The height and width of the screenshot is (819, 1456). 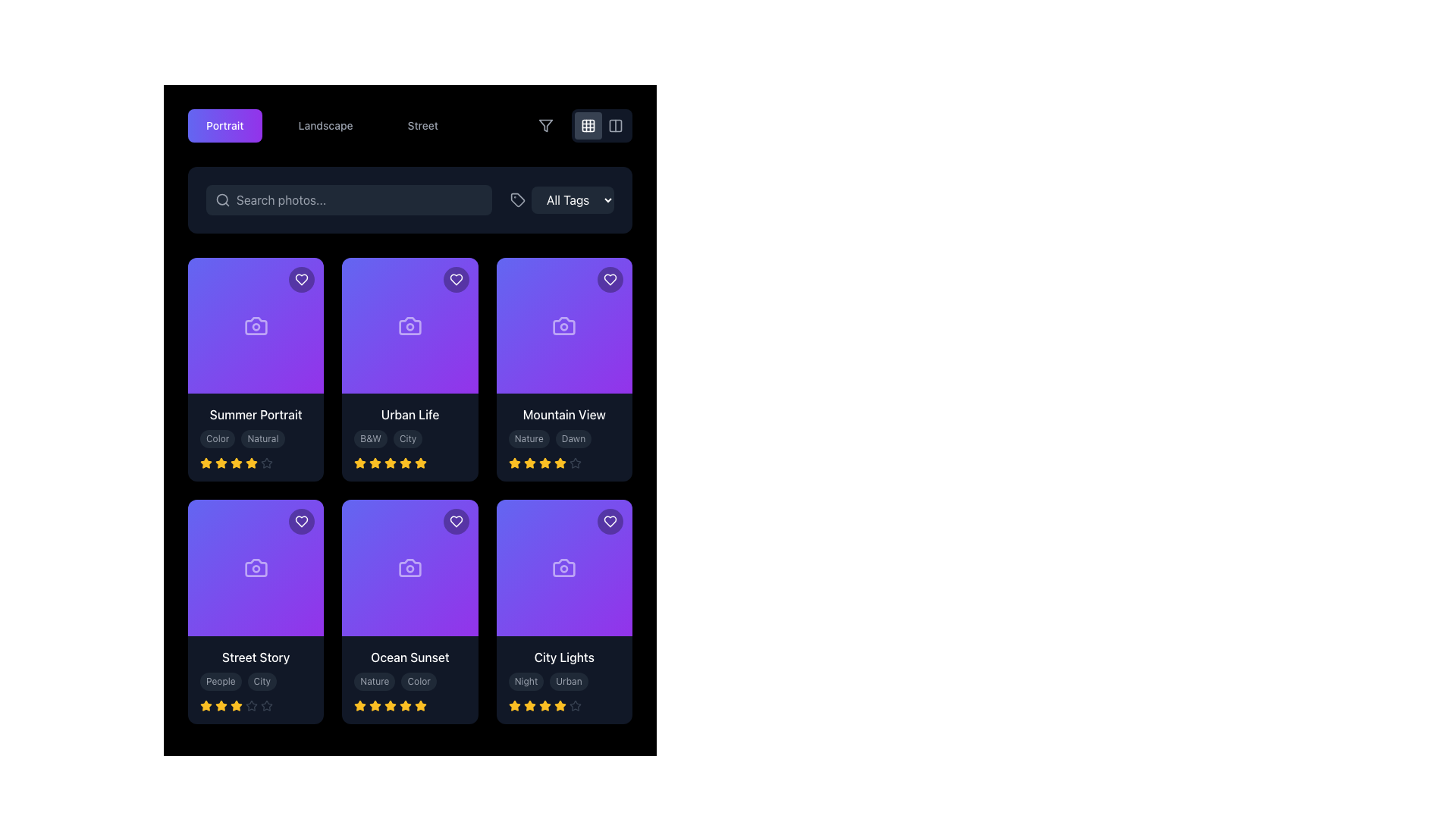 I want to click on the photography-themed icon representing the 'City Lights' card in the bottom row of the grid layout, so click(x=563, y=567).